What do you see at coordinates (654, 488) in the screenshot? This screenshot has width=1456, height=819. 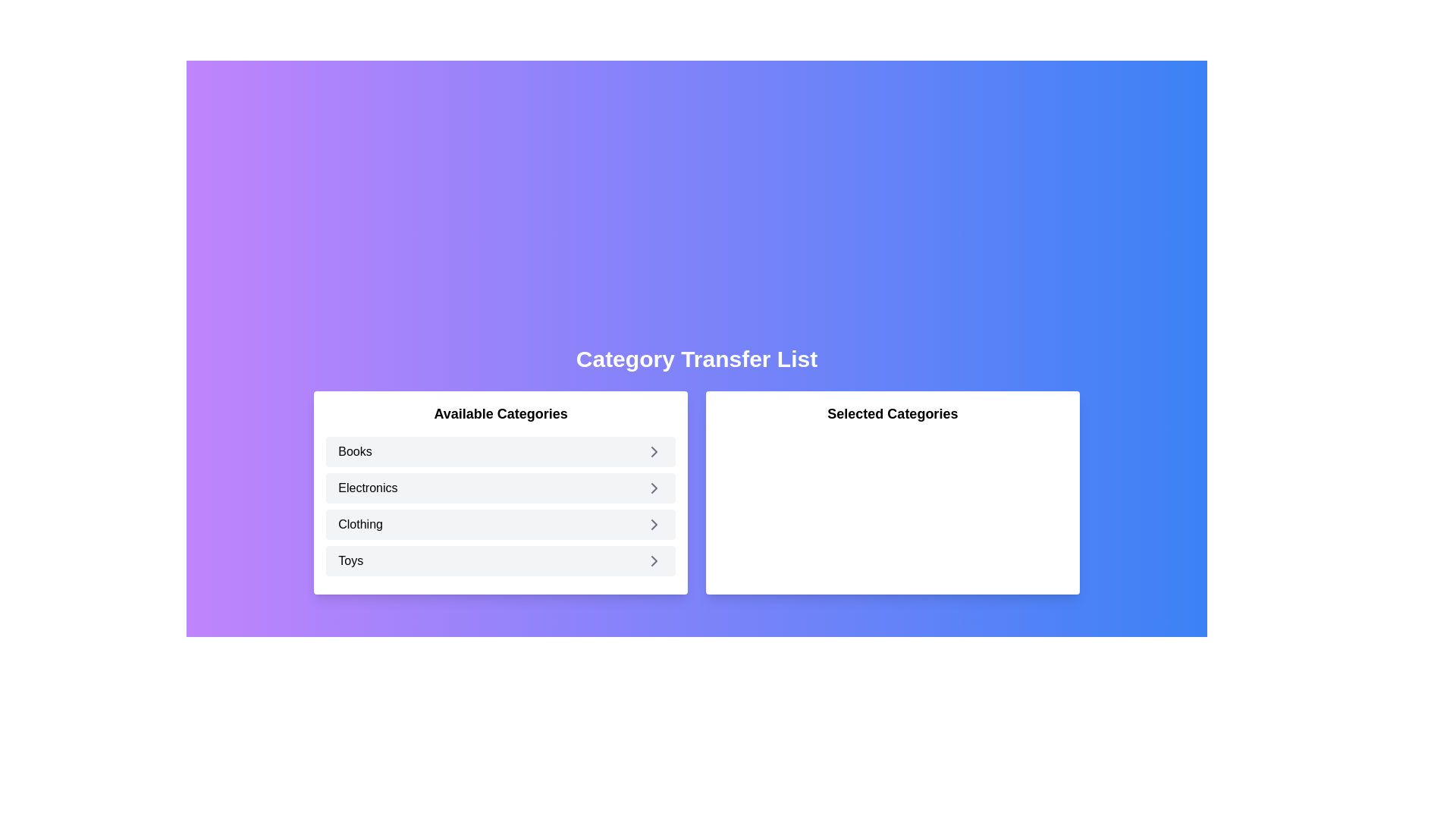 I see `the arrow icon next to the category Electronics to select it` at bounding box center [654, 488].